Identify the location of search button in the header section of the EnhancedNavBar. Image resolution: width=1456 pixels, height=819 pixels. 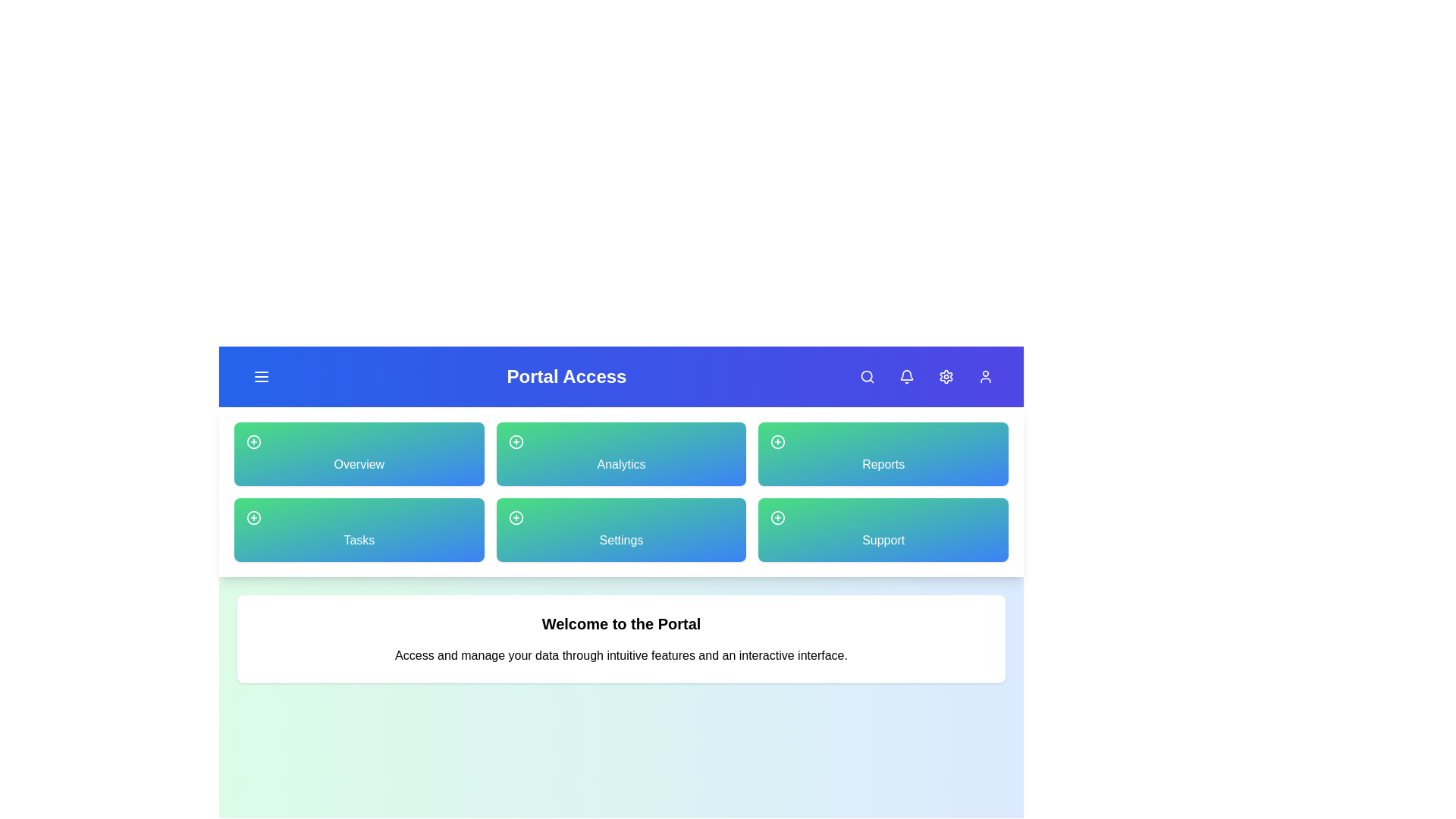
(867, 376).